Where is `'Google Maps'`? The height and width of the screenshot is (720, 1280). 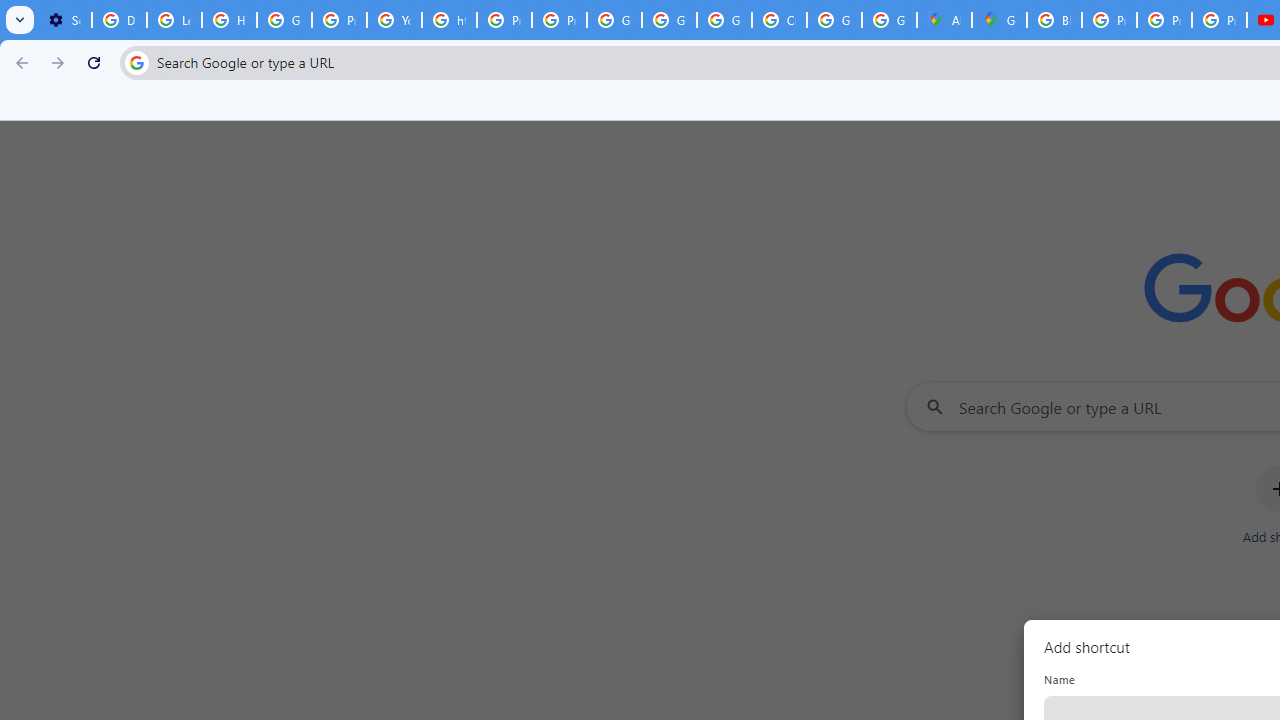 'Google Maps' is located at coordinates (999, 20).